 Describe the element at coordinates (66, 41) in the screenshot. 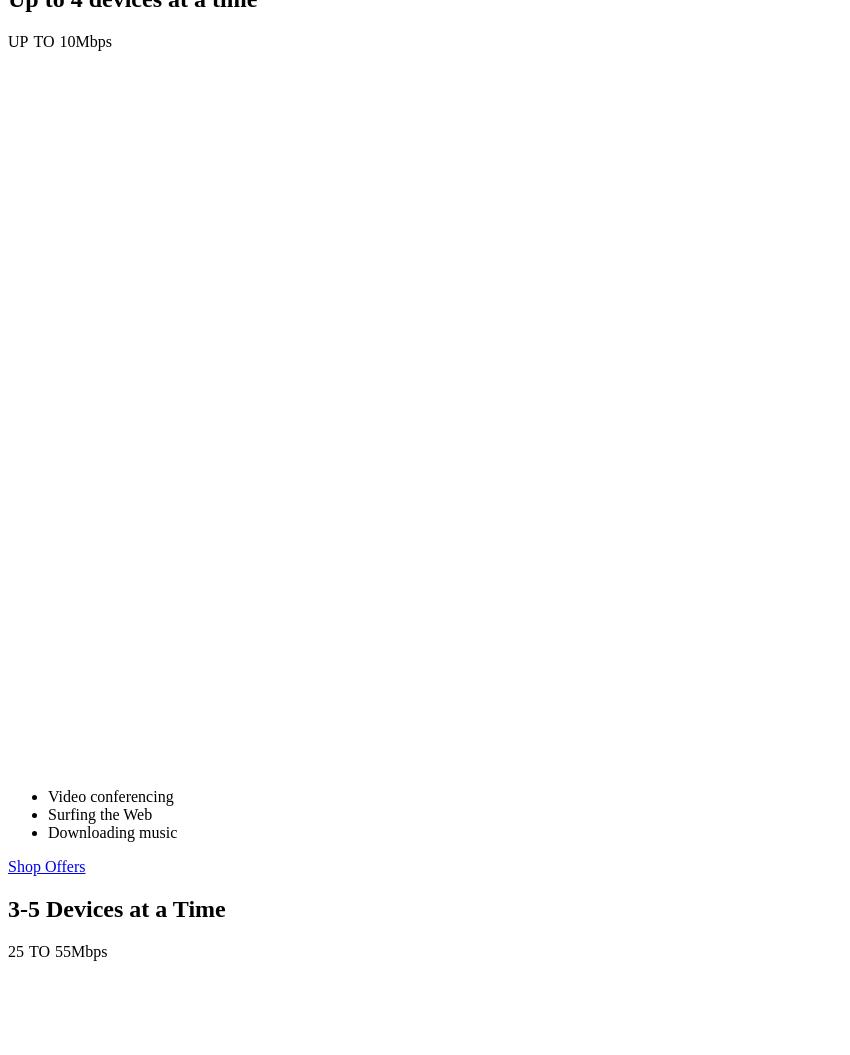

I see `'10'` at that location.